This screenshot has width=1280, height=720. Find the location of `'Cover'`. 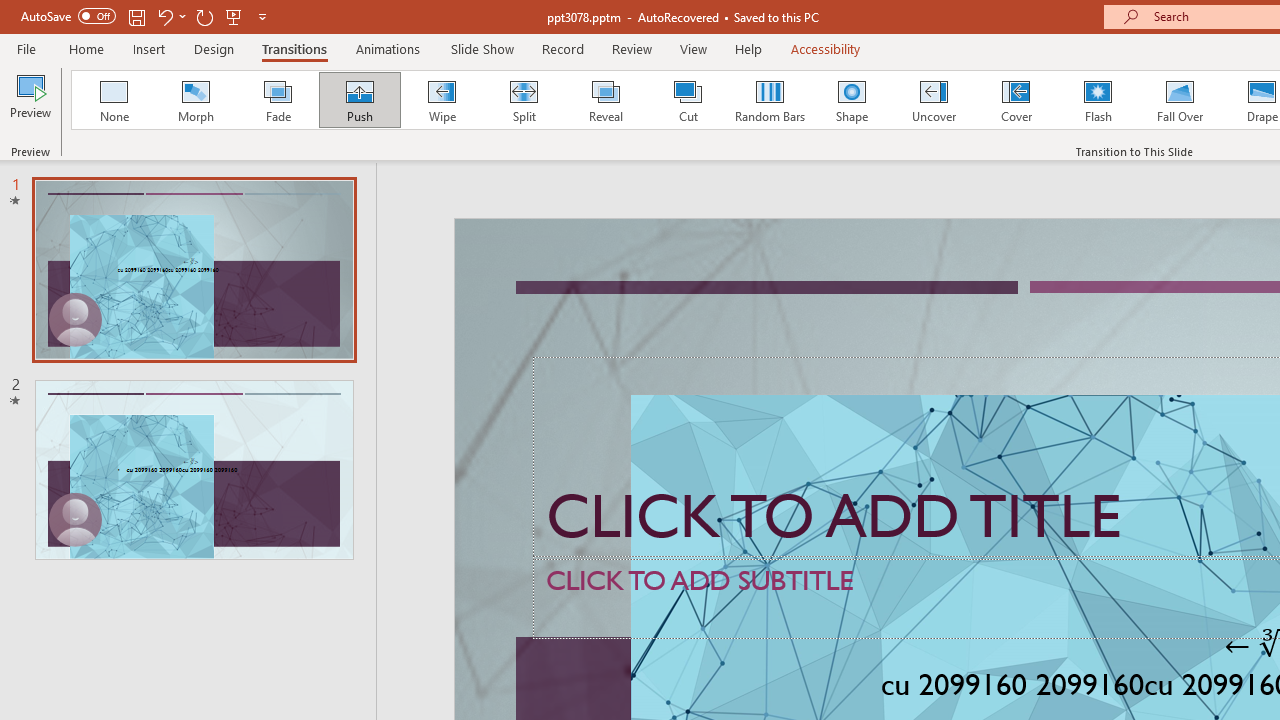

'Cover' is located at coordinates (1016, 100).